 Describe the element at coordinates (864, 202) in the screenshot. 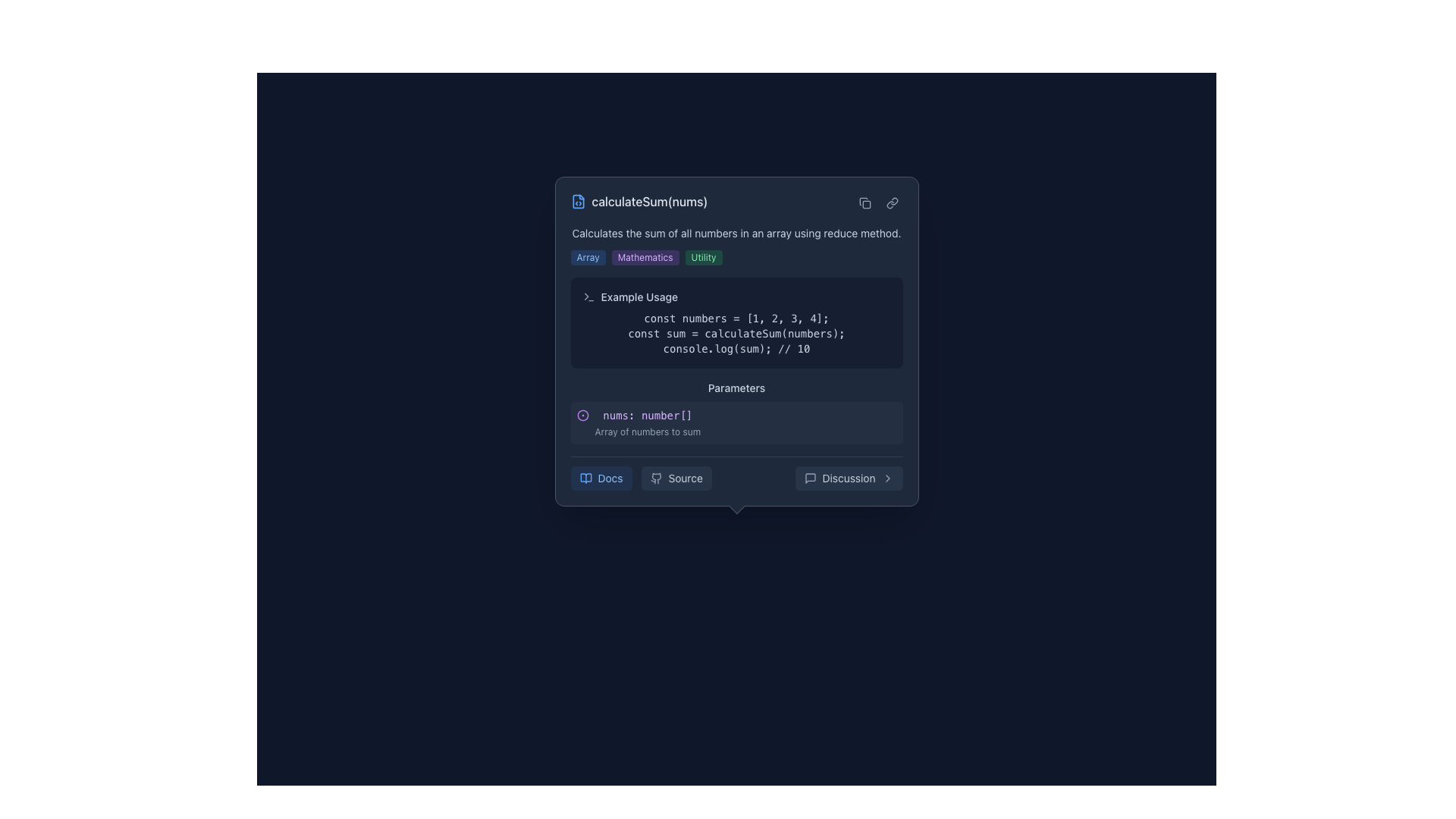

I see `the small square icon button that resembles two overlapping squares, located in the top-right section of the modal` at that location.